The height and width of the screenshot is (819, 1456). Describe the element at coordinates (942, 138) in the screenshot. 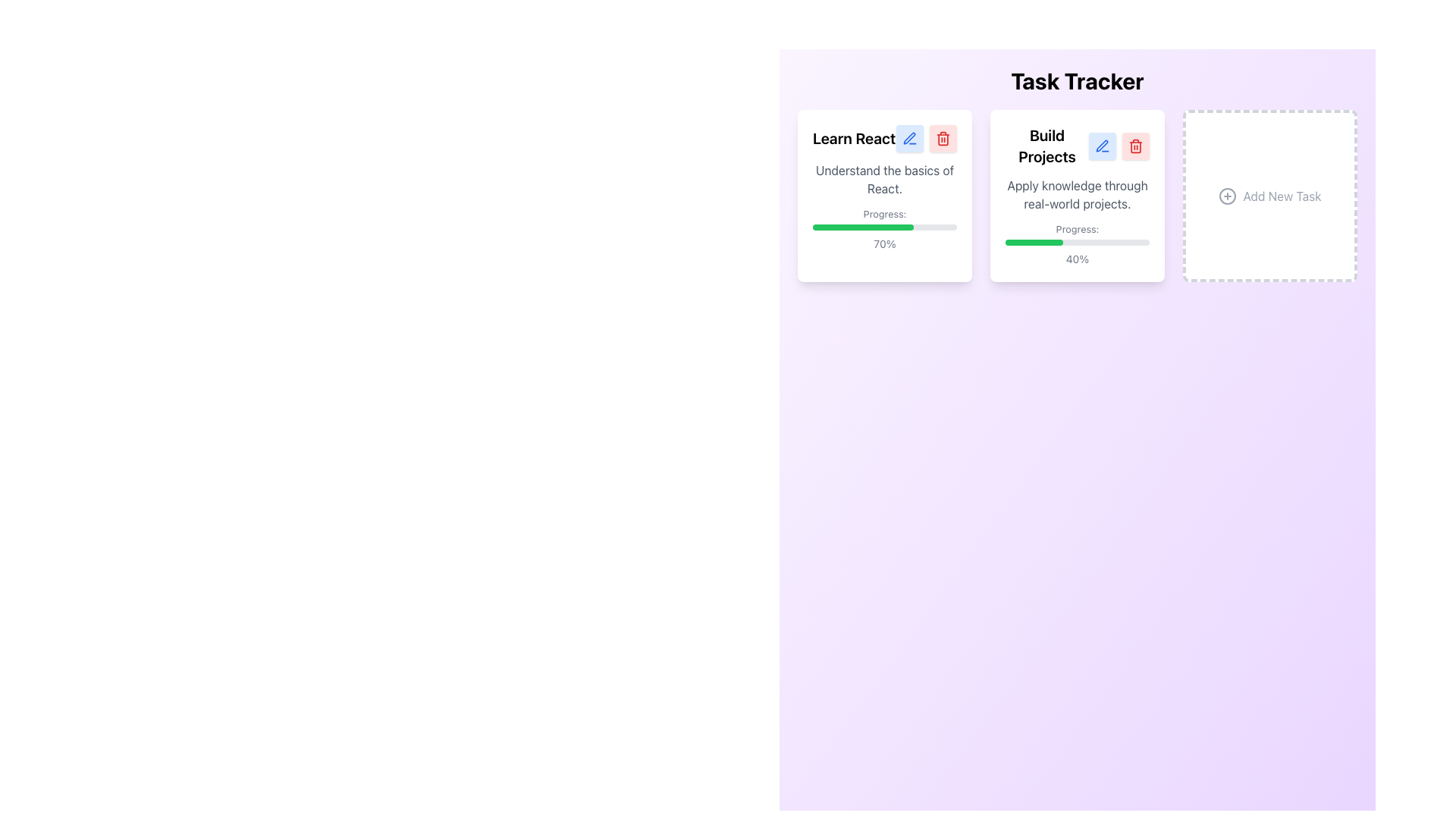

I see `the delete button located at the top-right corner of the 'Learn React' card` at that location.